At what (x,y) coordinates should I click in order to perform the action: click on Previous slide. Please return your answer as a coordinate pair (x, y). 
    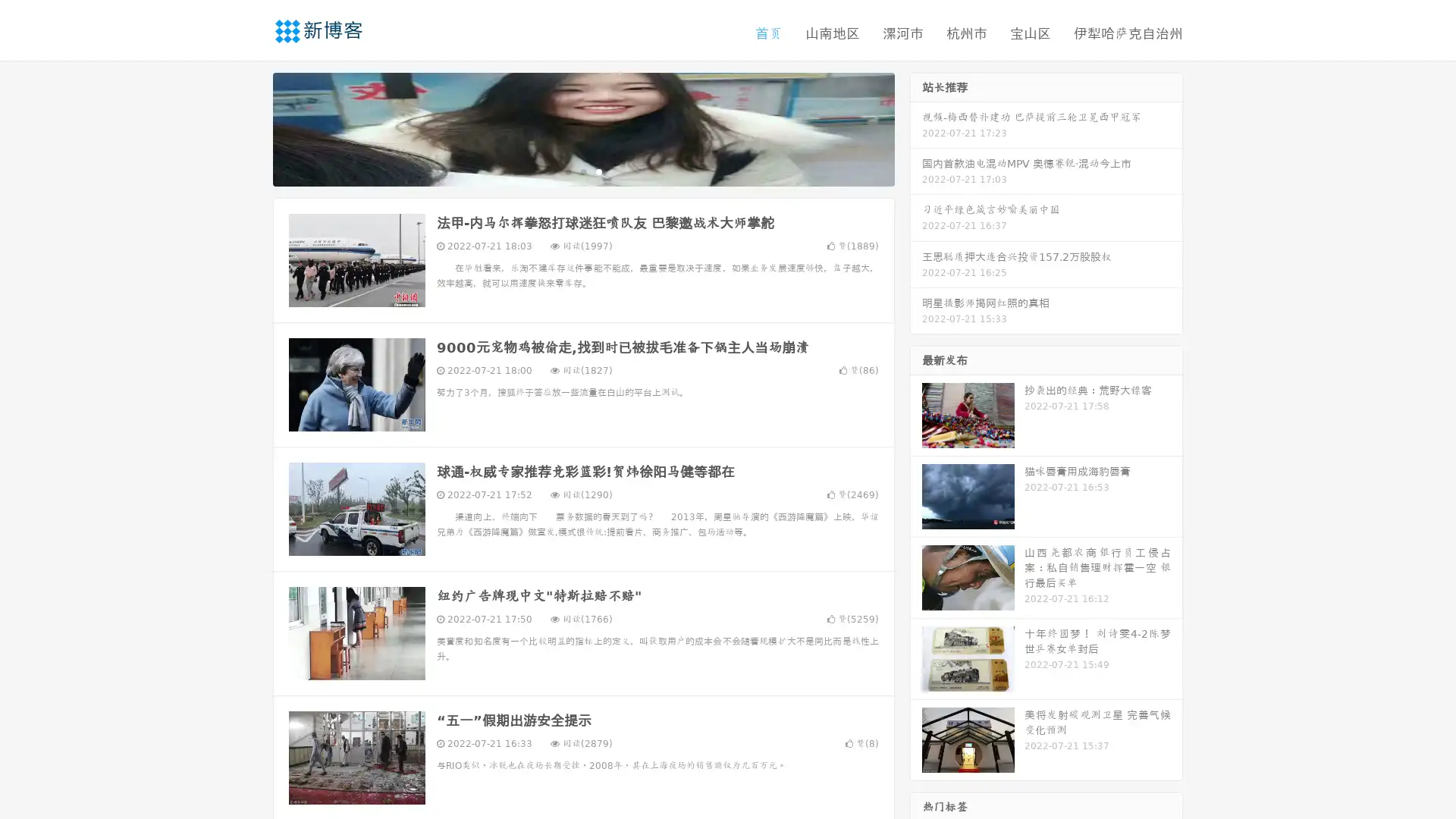
    Looking at the image, I should click on (250, 127).